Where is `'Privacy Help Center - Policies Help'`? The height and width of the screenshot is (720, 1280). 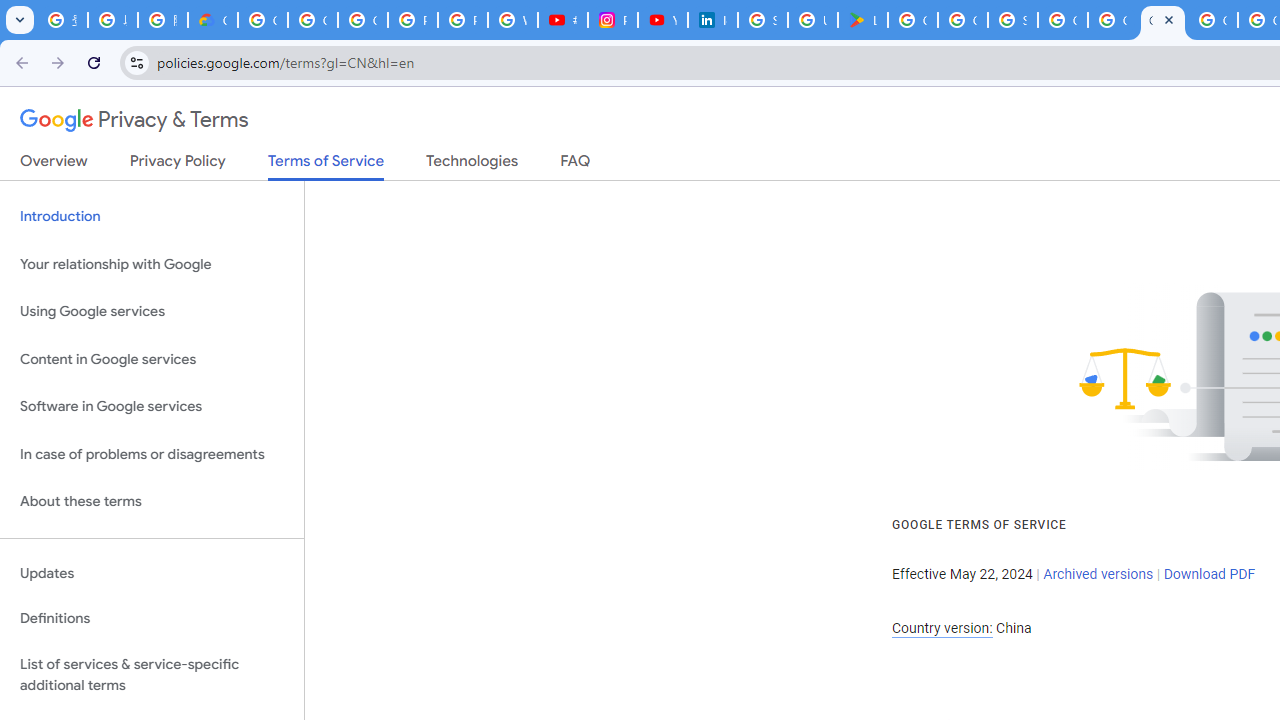
'Privacy Help Center - Policies Help' is located at coordinates (461, 20).